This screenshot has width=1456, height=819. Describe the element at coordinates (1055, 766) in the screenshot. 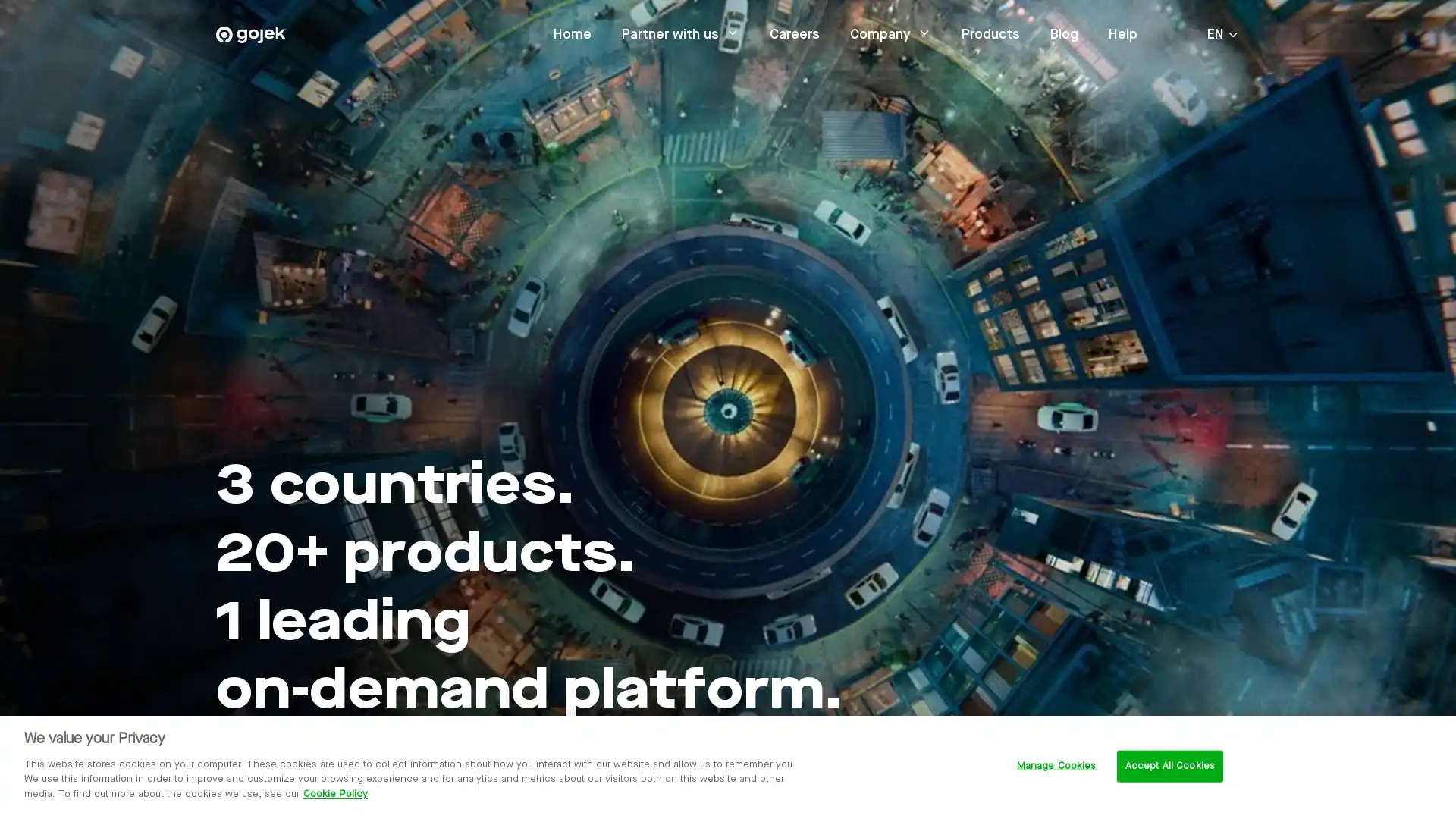

I see `Manage Cookies` at that location.